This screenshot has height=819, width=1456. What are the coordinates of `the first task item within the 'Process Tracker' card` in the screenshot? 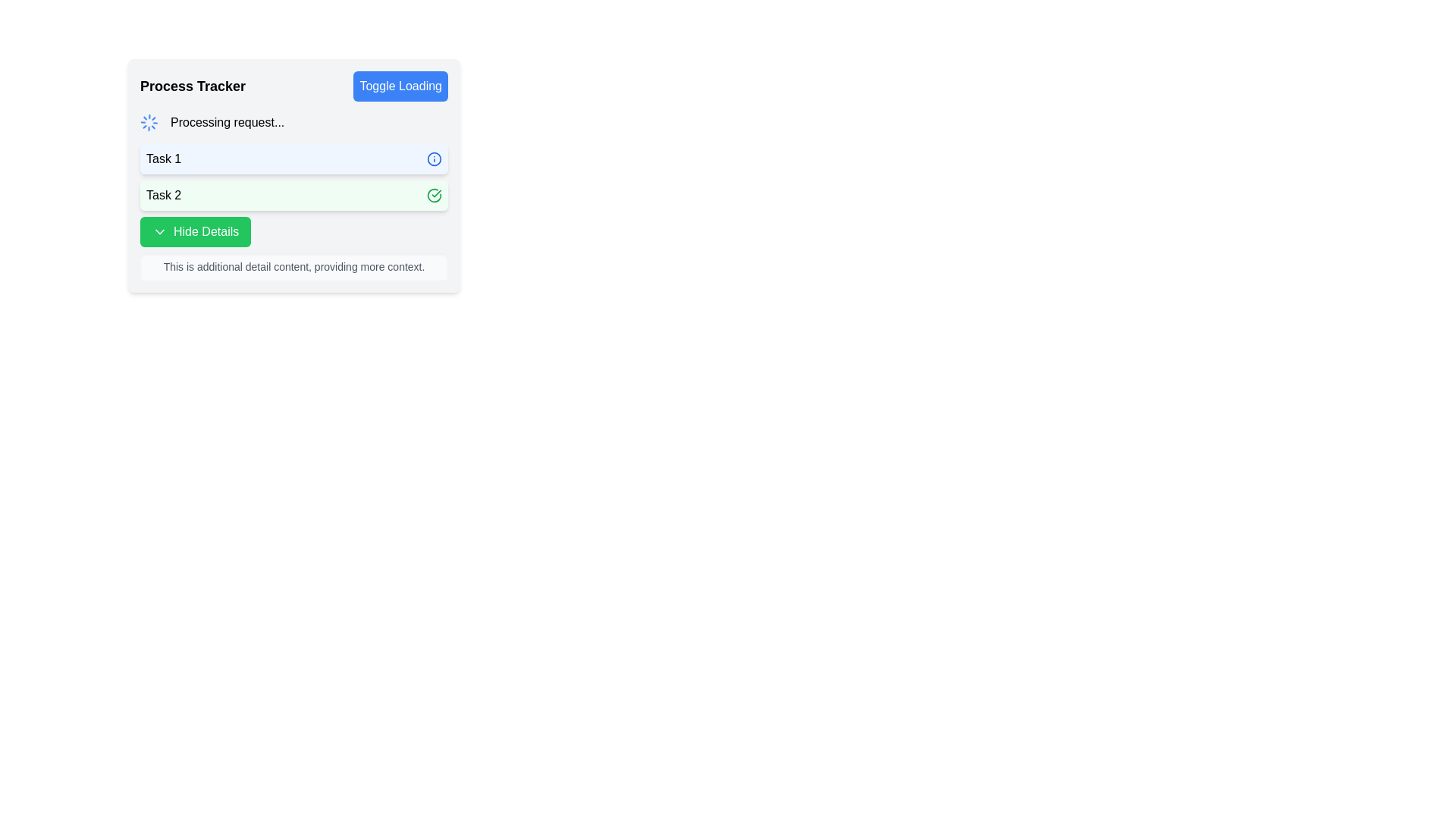 It's located at (294, 174).